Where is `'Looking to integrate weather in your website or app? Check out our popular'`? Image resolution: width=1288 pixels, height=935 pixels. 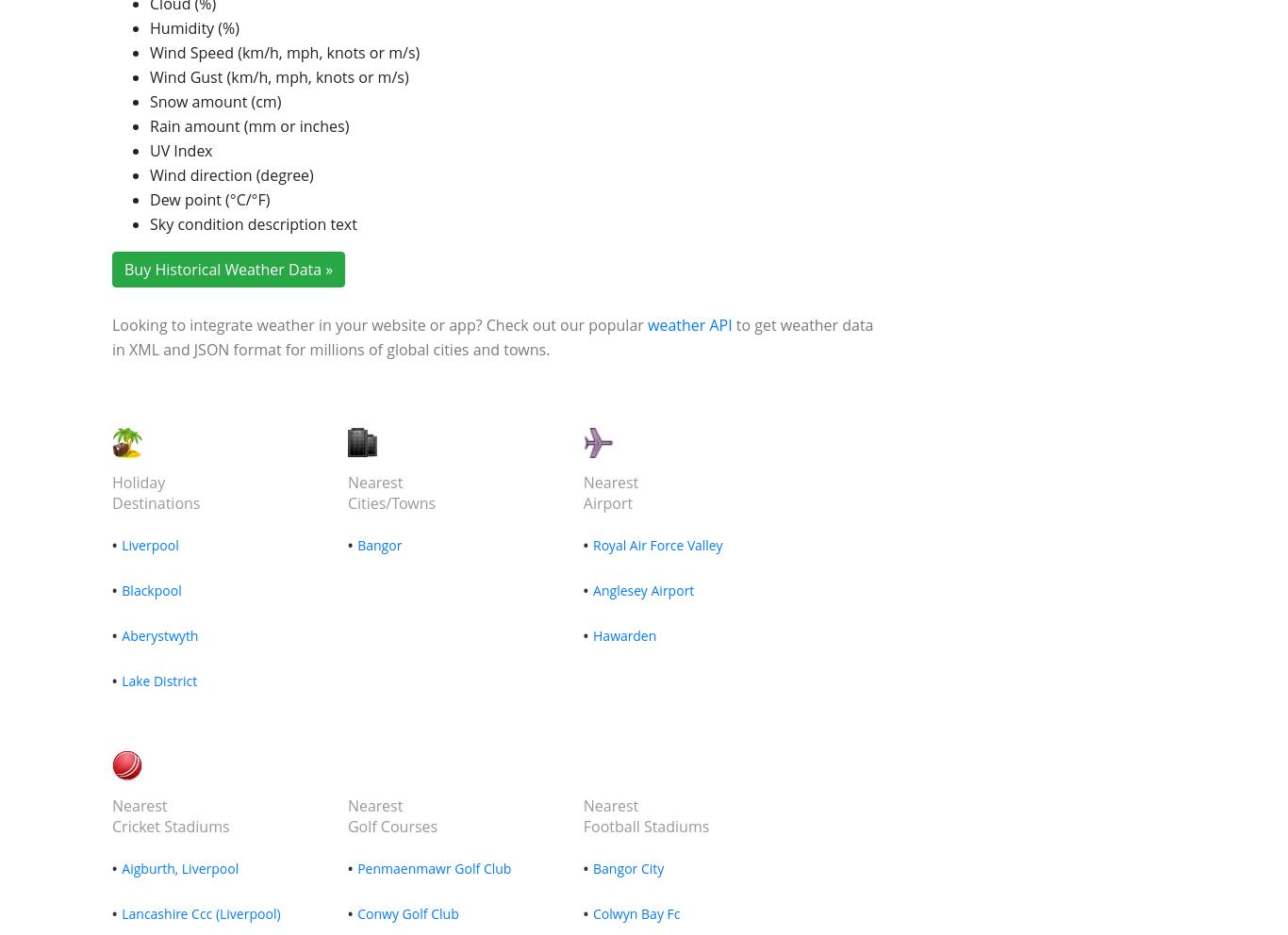 'Looking to integrate weather in your website or app? Check out our popular' is located at coordinates (378, 324).